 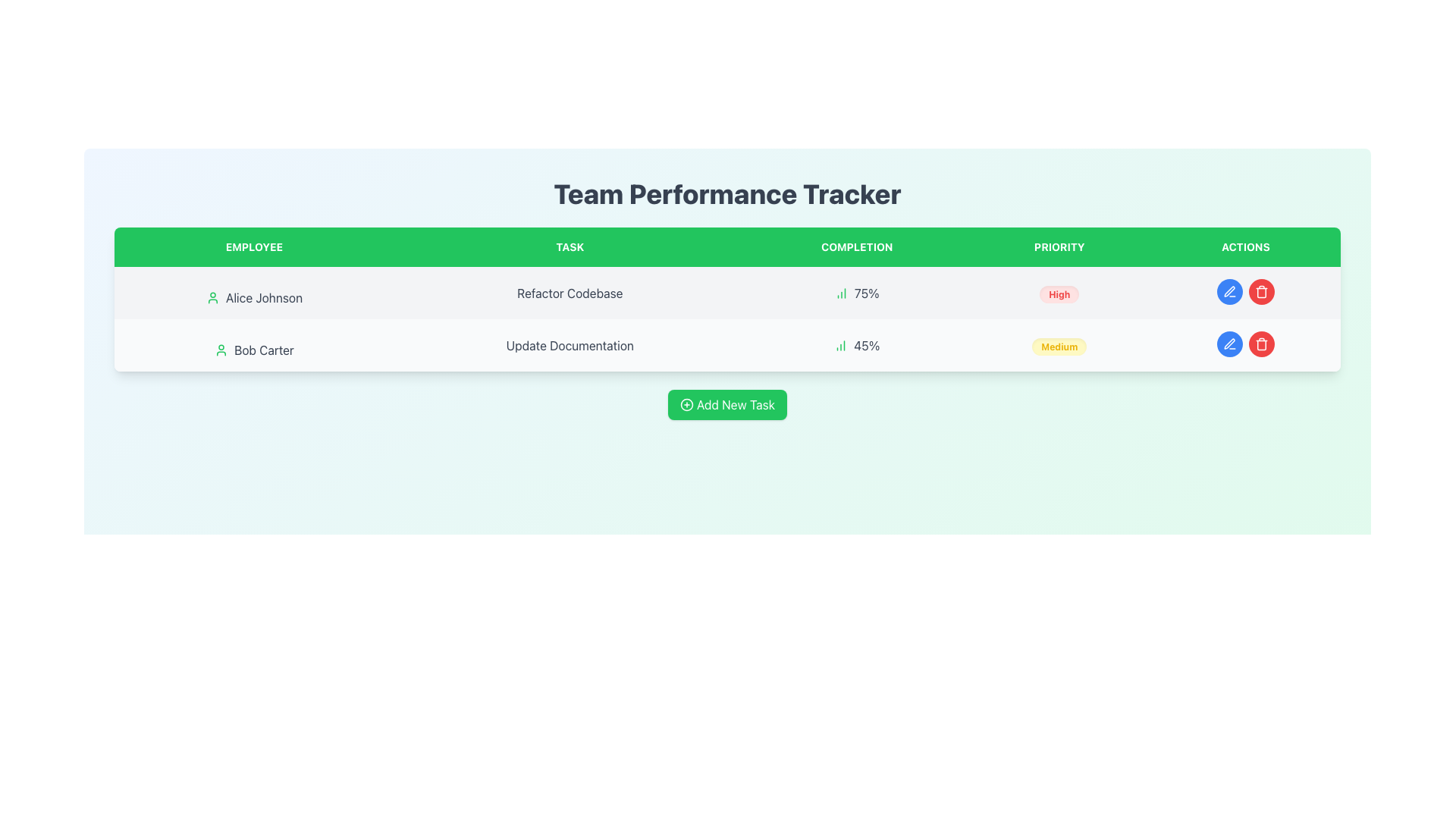 What do you see at coordinates (1261, 344) in the screenshot?
I see `the delete button located in the 'Actions' column of the second row in the table, associated with the task 'Update Documentation.'` at bounding box center [1261, 344].